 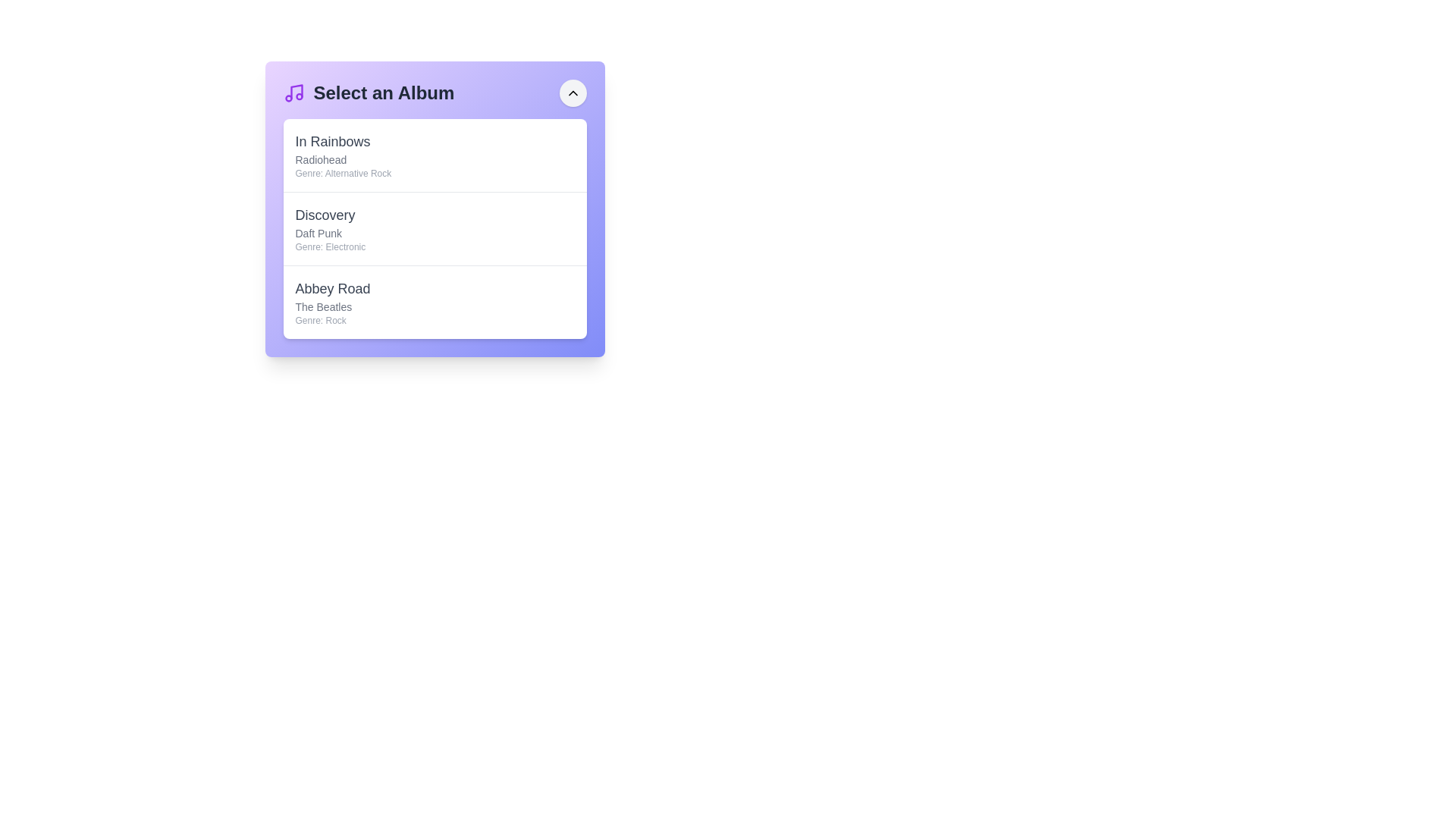 I want to click on the Text Label displaying 'Radiohead' in a smaller gray font, which is located directly under the title 'In Rainbows', so click(x=342, y=160).